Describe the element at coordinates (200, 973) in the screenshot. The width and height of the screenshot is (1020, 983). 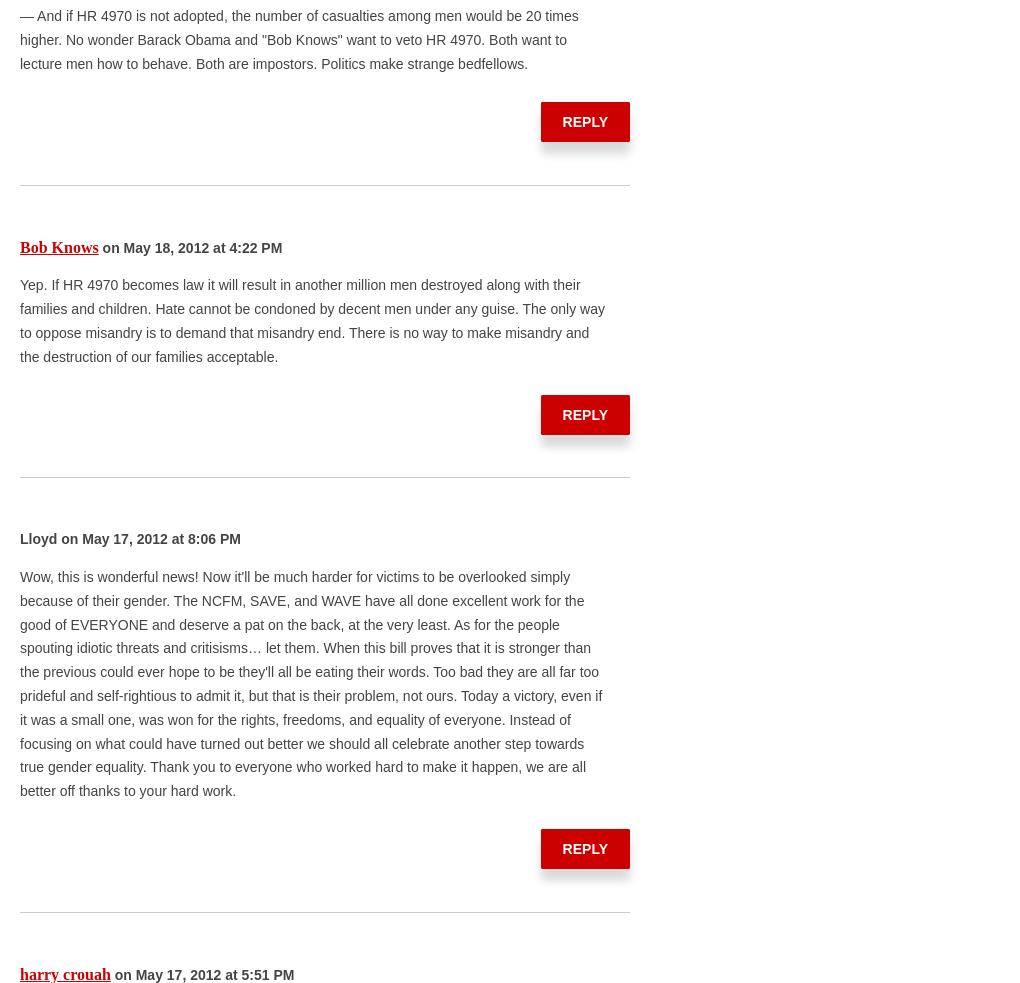
I see `'on May 17, 2012 at 5:51 PM'` at that location.